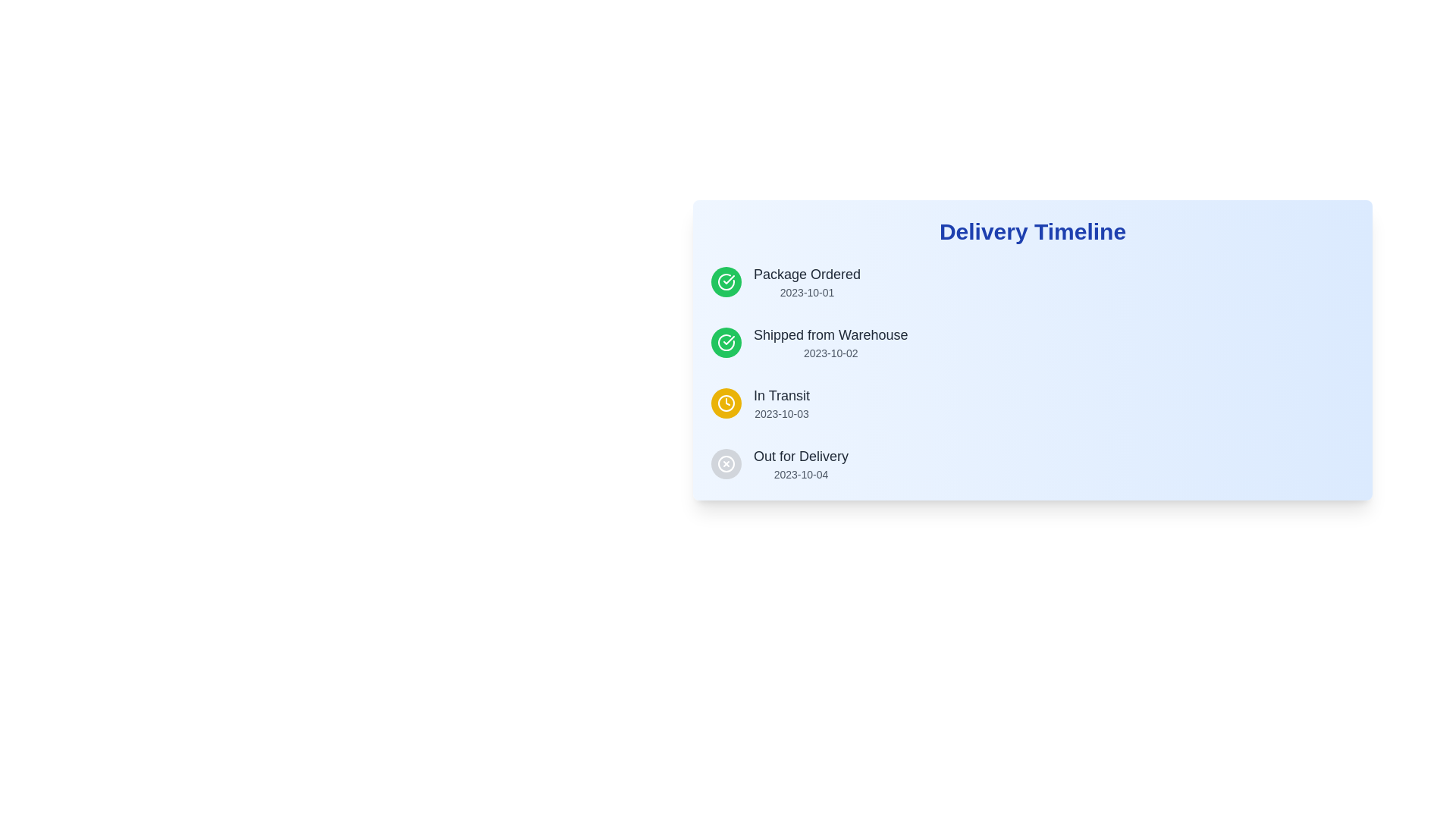 This screenshot has width=1456, height=819. What do you see at coordinates (726, 403) in the screenshot?
I see `the SVG circle representing the 'In Transit' status in the delivery timeline interface, located adjacent to the text 'In Transit' and '2023-10-03'` at bounding box center [726, 403].